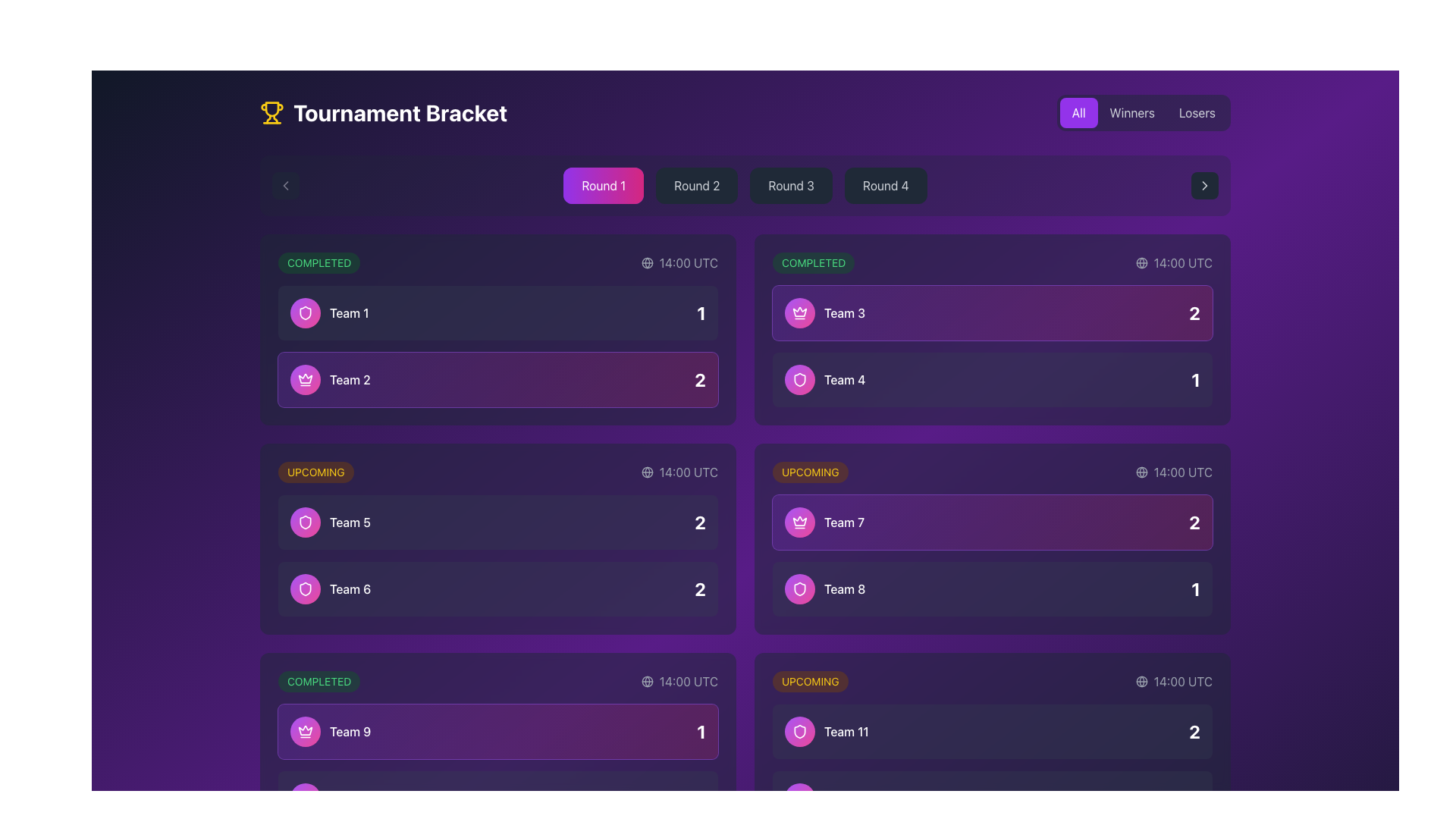 This screenshot has height=819, width=1456. I want to click on the Text label that displays the team's name in the upper-left corner of the tournament bracket, adjacent to the circular icon with a gradient background, so click(348, 312).